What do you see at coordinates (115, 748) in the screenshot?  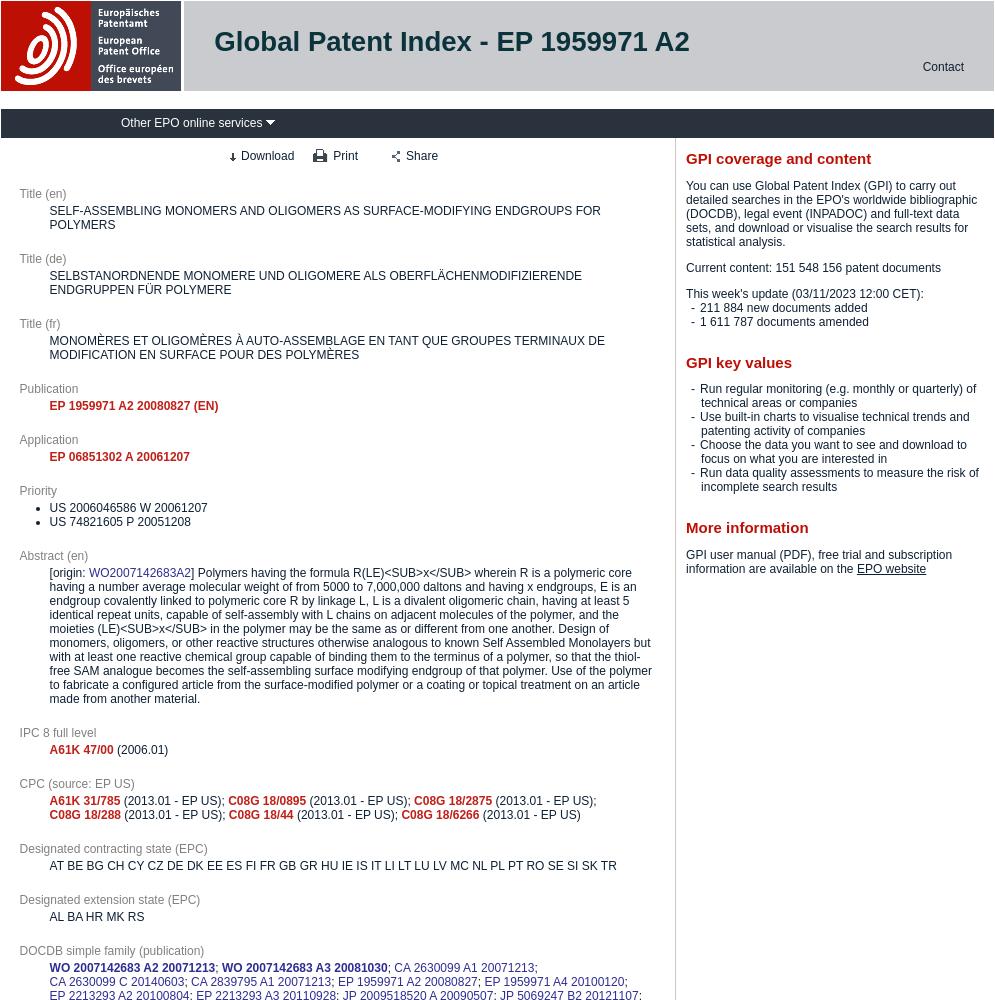 I see `'(2006.01)'` at bounding box center [115, 748].